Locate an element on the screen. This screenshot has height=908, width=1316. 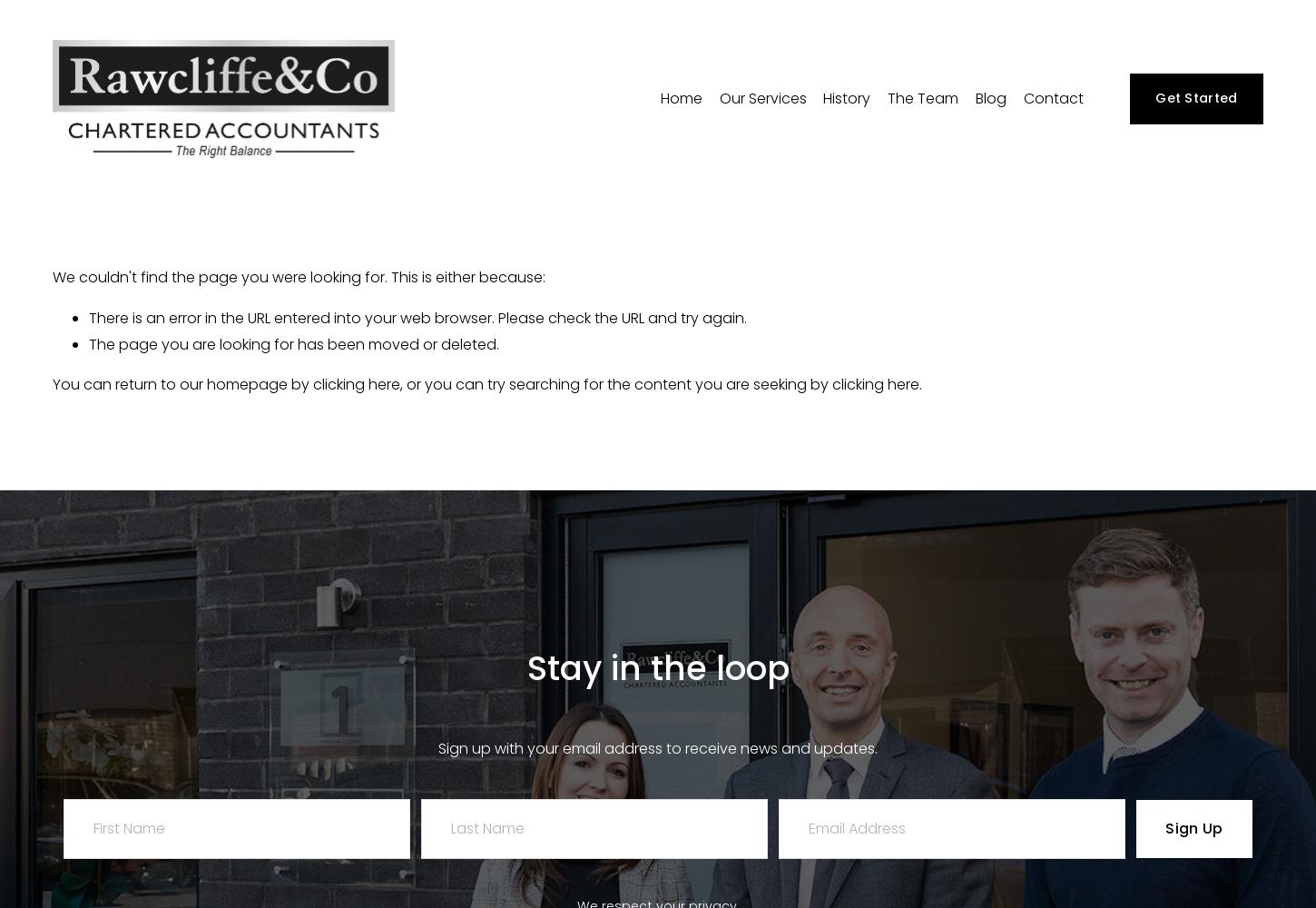
'Blog' is located at coordinates (989, 96).